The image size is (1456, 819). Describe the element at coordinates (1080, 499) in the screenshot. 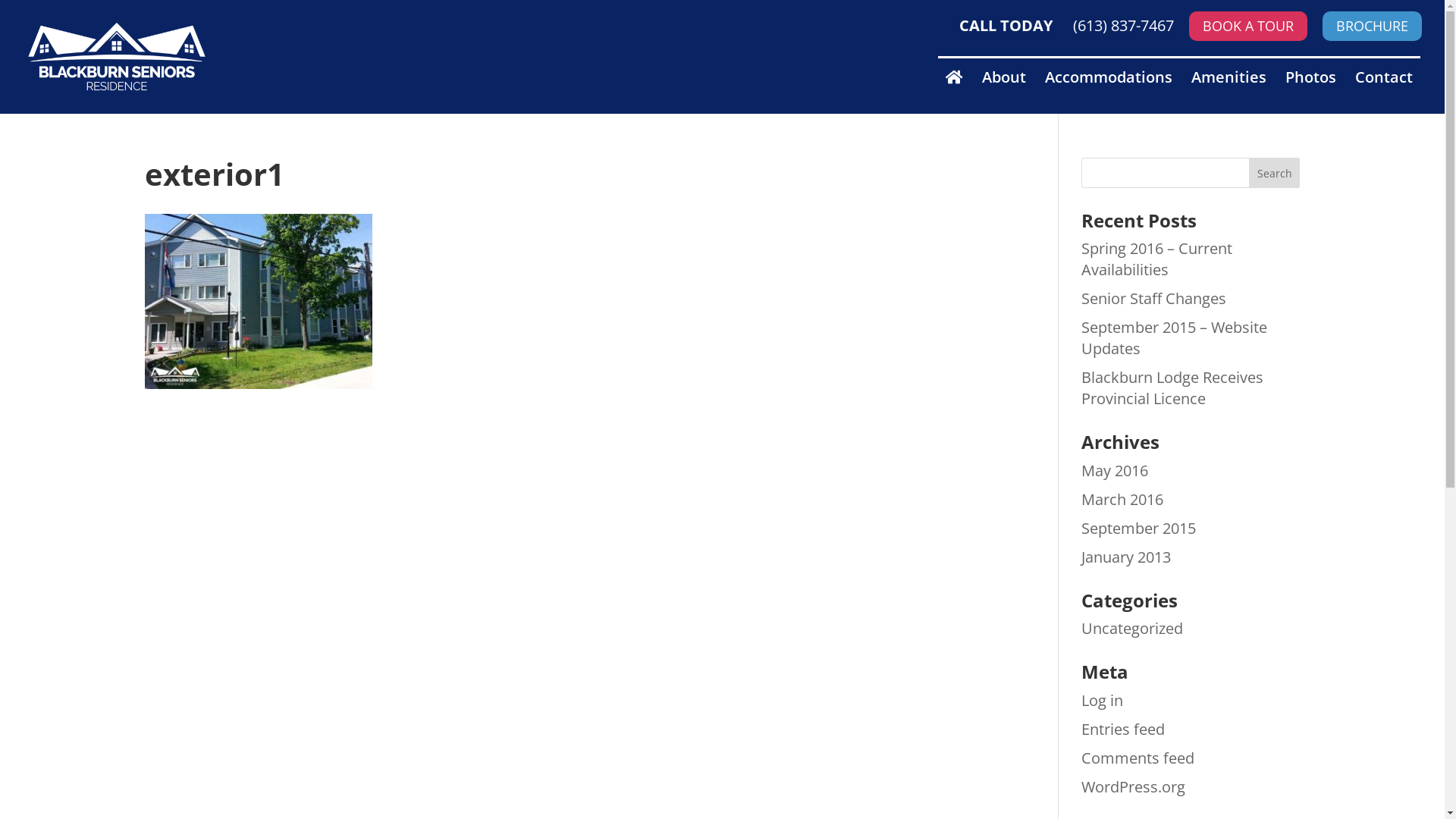

I see `'March 2016'` at that location.